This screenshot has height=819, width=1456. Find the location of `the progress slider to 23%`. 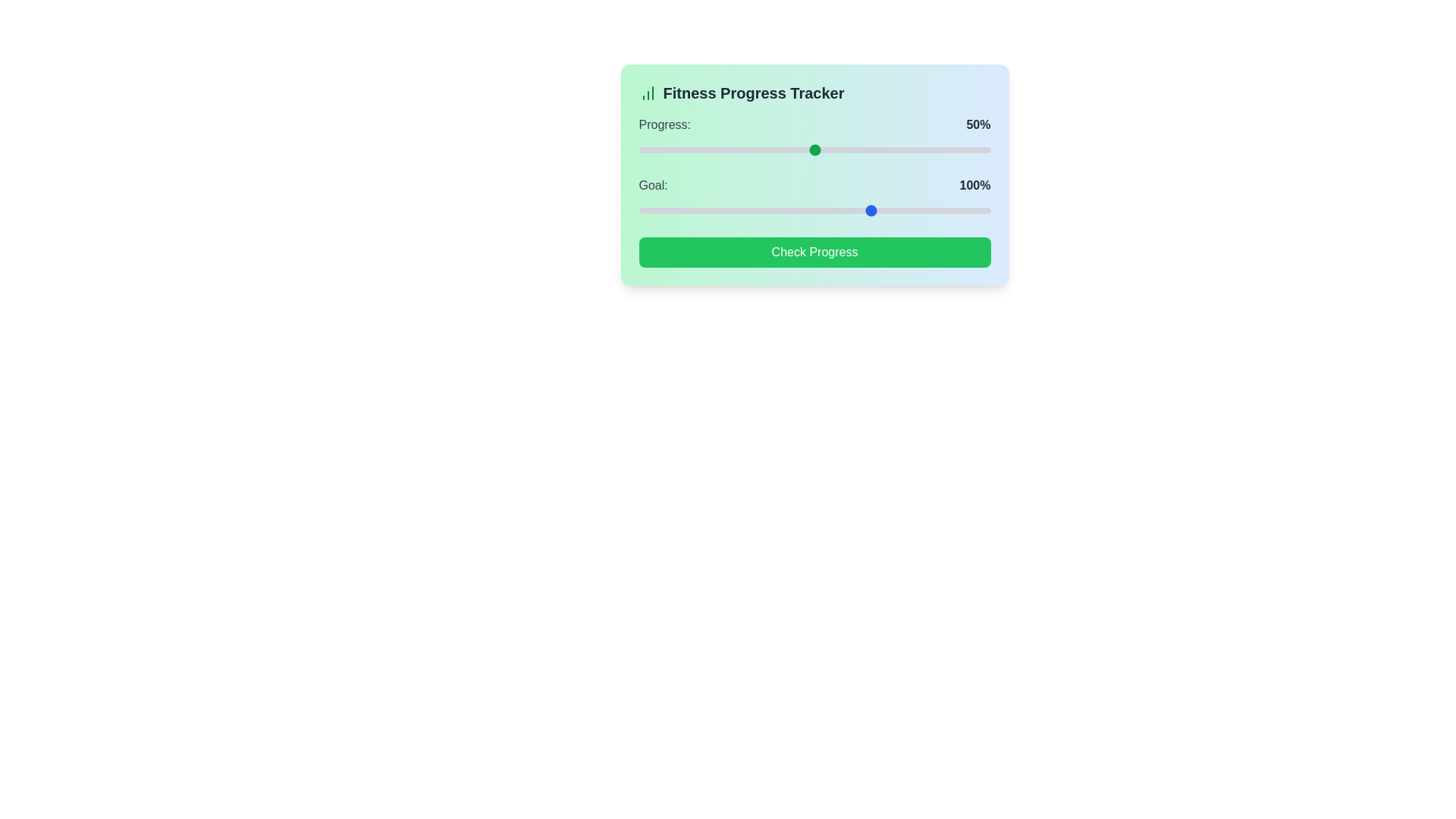

the progress slider to 23% is located at coordinates (719, 149).